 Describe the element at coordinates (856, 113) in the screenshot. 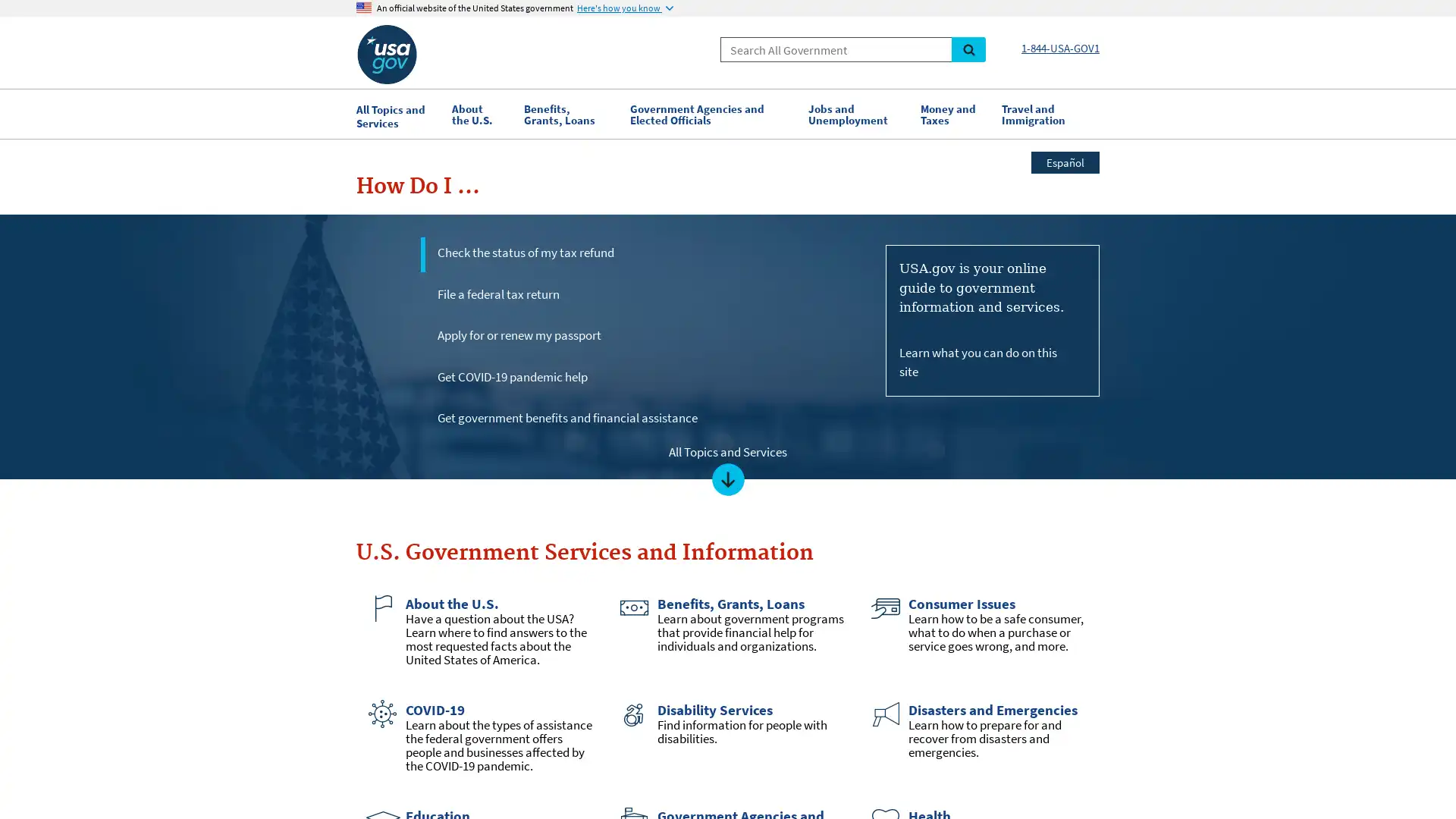

I see `Jobs and Unemployment` at that location.